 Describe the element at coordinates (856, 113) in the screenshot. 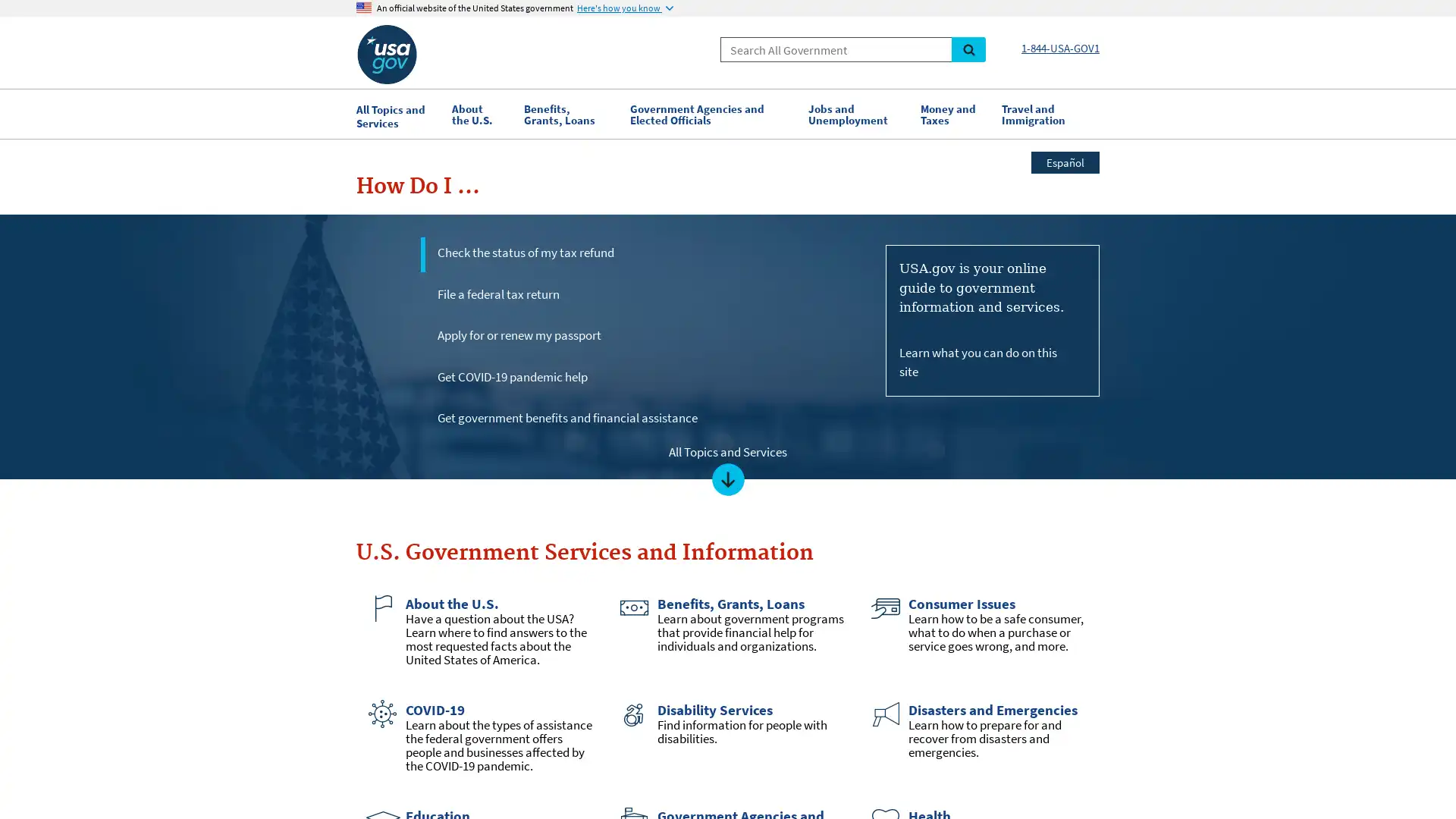

I see `Jobs and Unemployment` at that location.